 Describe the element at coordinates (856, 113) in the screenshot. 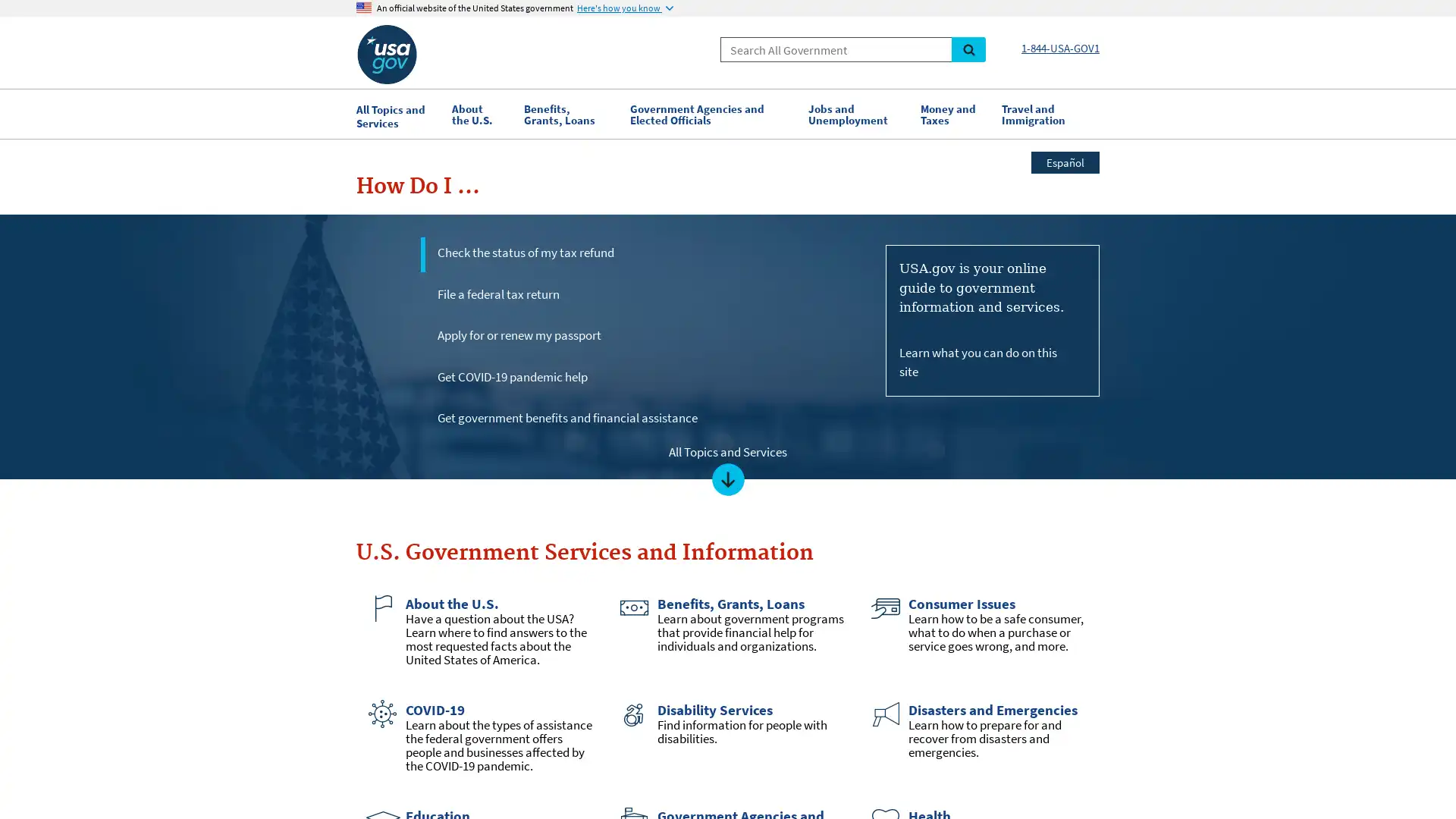

I see `Jobs and Unemployment` at that location.